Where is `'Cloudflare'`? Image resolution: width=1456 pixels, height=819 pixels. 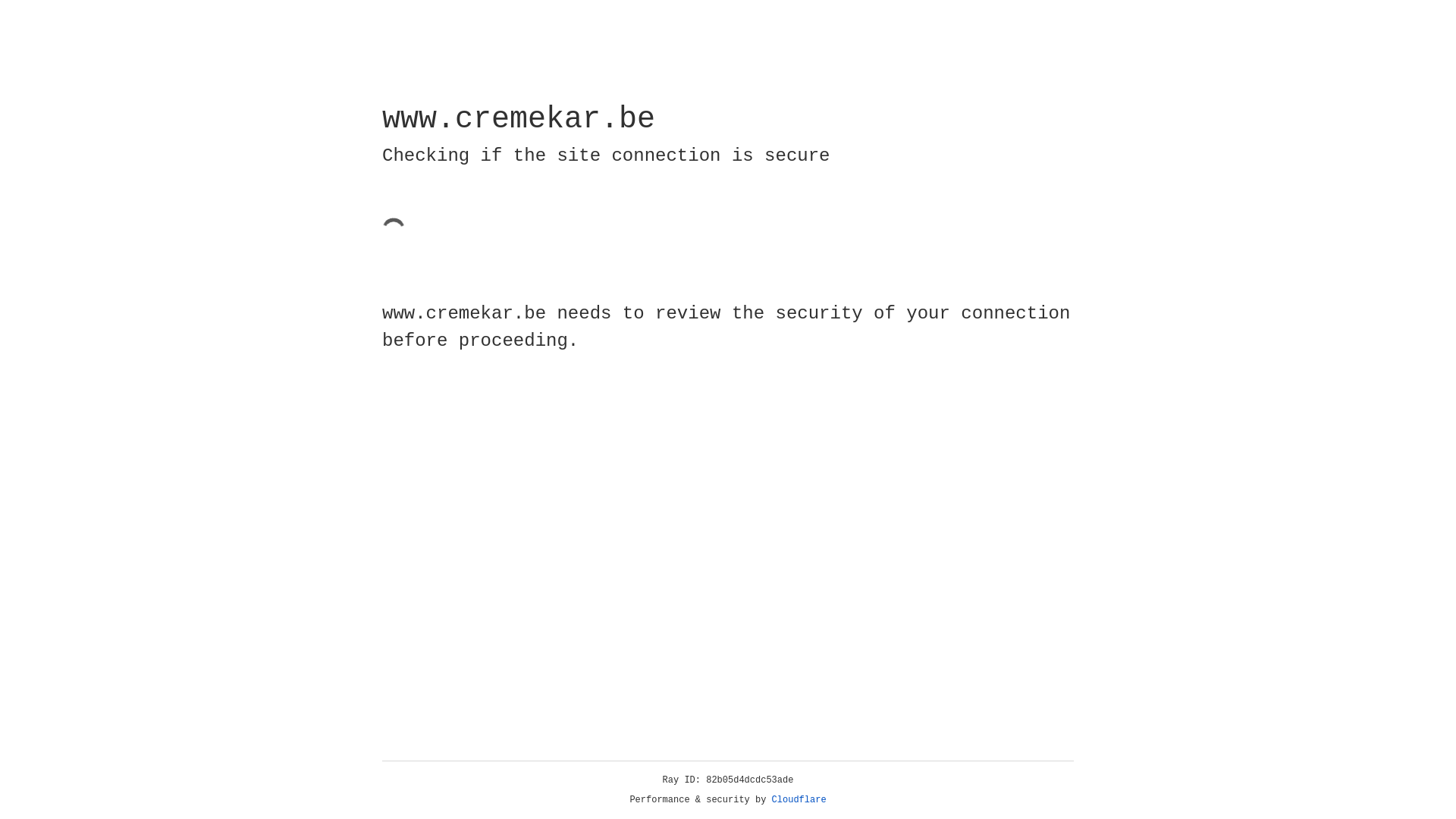 'Cloudflare' is located at coordinates (771, 799).